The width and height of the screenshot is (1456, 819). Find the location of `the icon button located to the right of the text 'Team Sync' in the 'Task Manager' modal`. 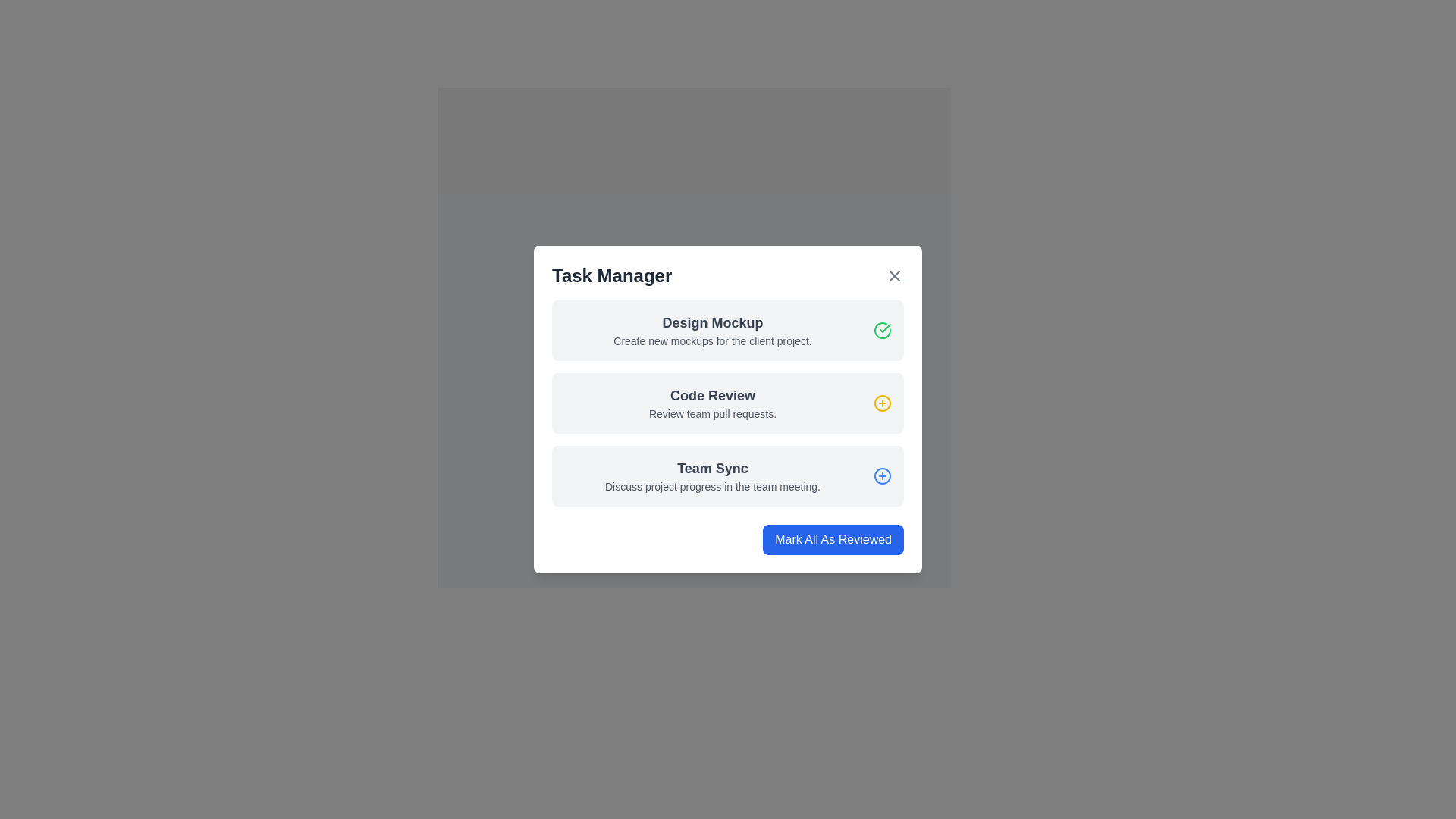

the icon button located to the right of the text 'Team Sync' in the 'Task Manager' modal is located at coordinates (882, 475).